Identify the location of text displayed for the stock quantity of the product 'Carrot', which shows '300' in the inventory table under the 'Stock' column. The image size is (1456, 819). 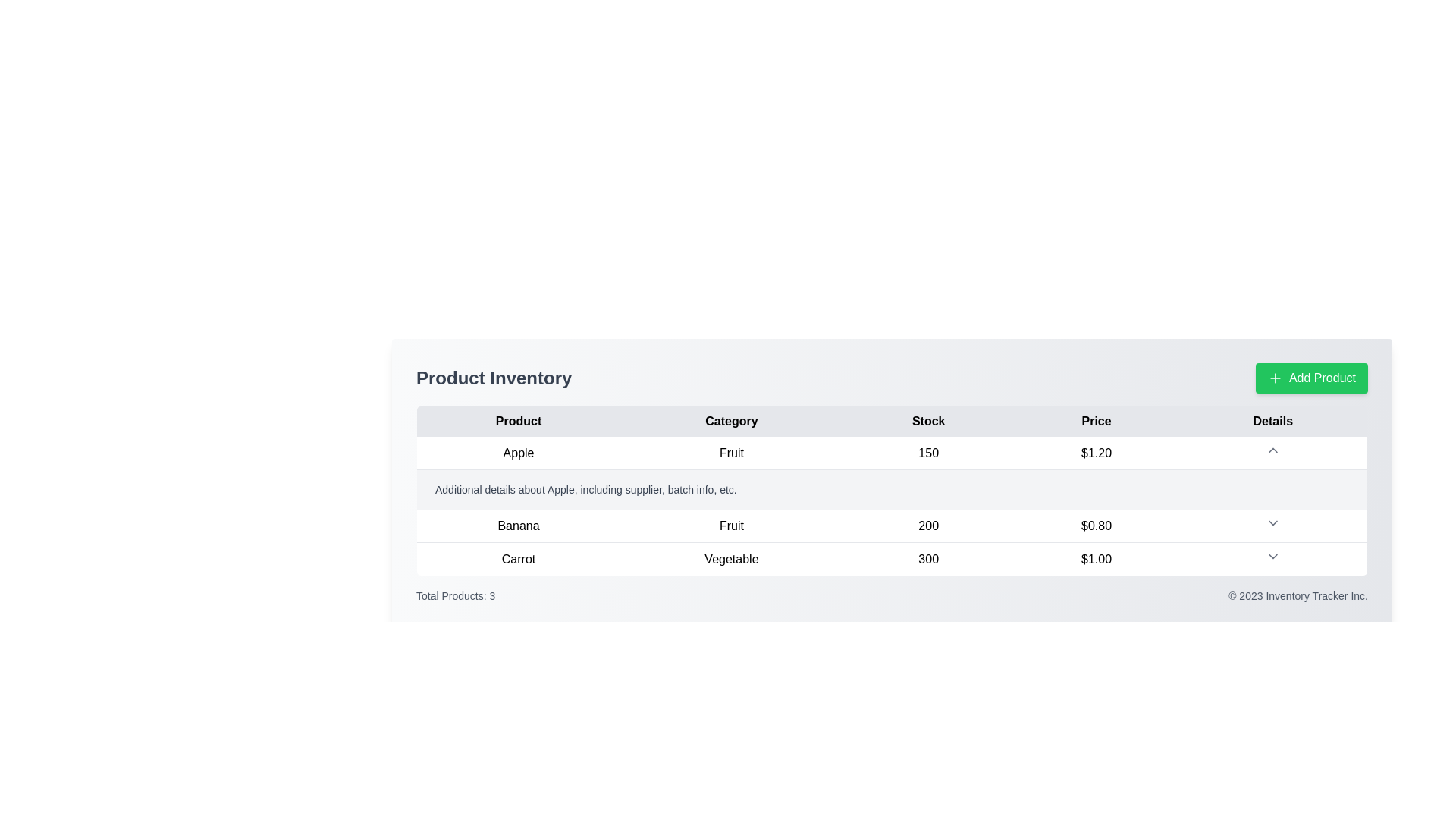
(927, 559).